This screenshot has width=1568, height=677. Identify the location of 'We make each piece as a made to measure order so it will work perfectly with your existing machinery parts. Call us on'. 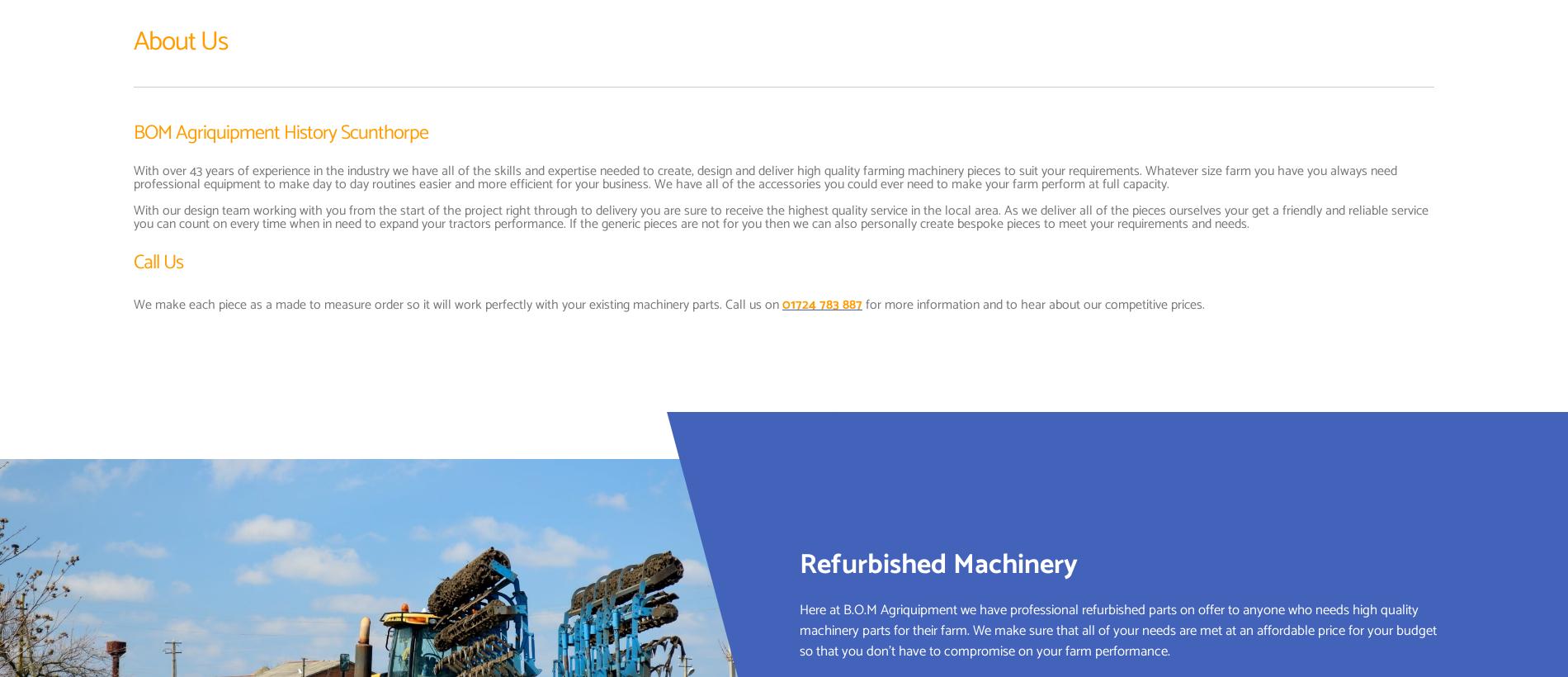
(457, 304).